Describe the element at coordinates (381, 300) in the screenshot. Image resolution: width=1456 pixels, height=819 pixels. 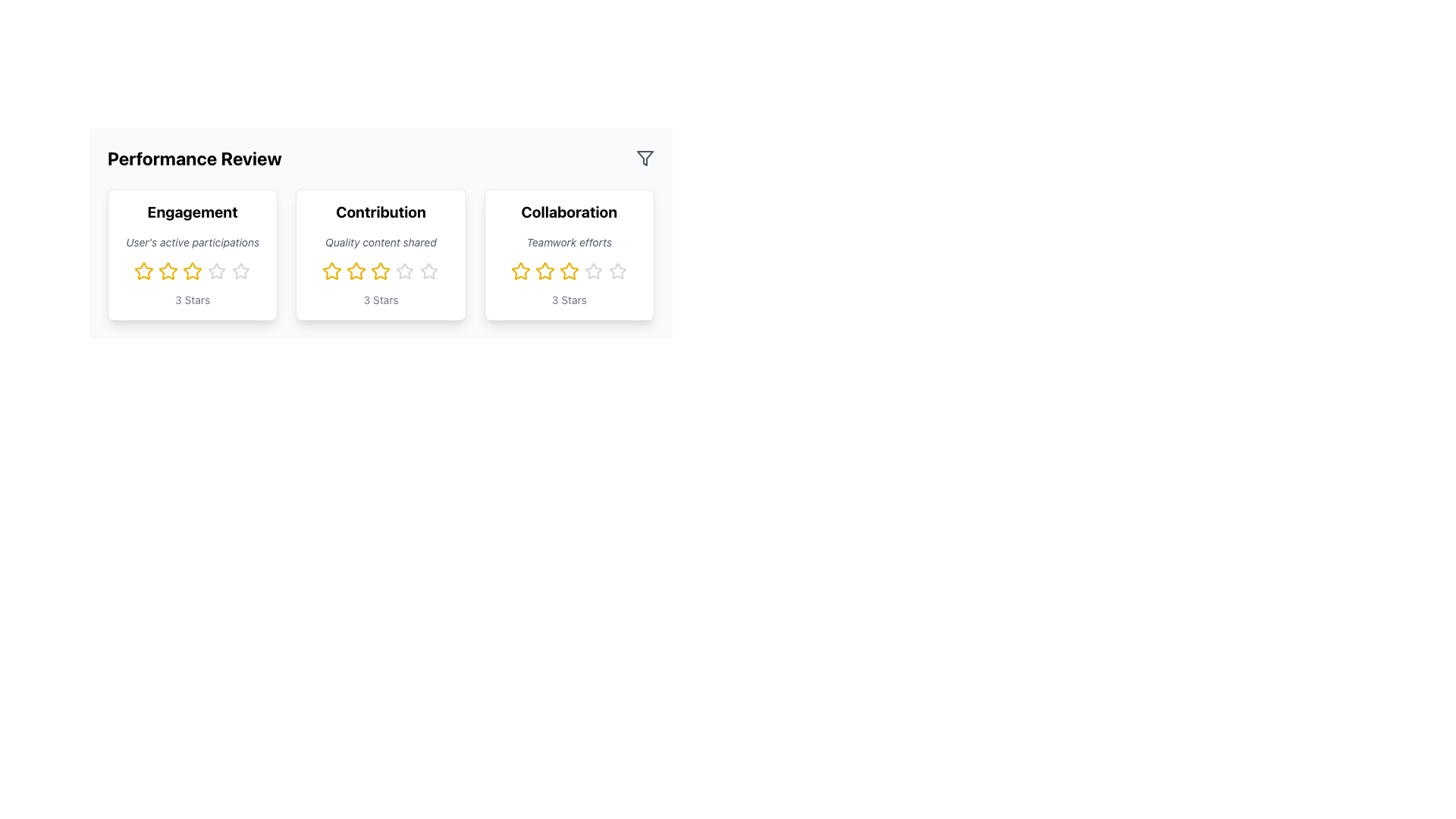
I see `text displayed in the '3 Stars' label at the bottom of the 'Contribution' card` at that location.